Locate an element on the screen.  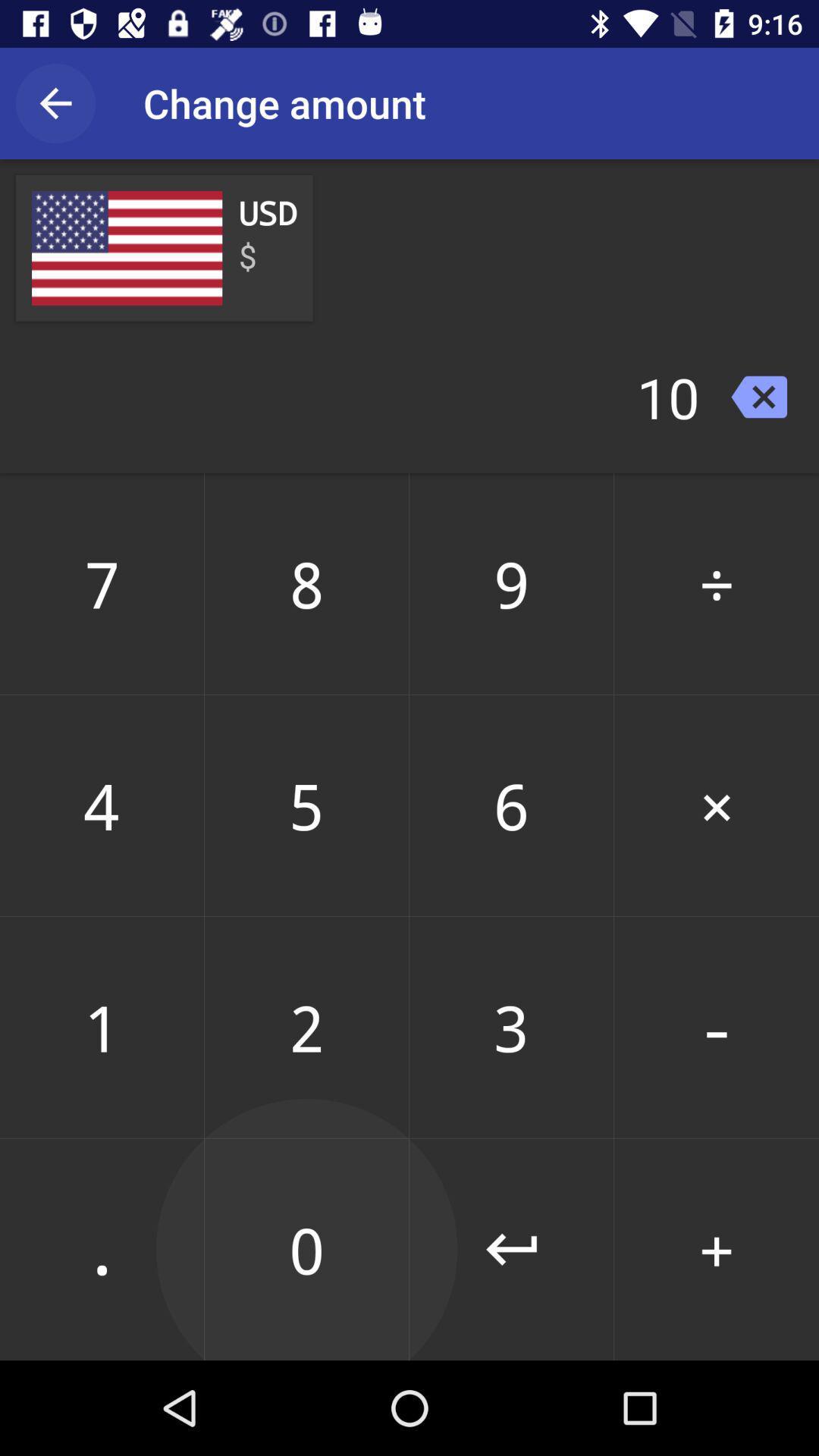
the icon below 9 is located at coordinates (717, 805).